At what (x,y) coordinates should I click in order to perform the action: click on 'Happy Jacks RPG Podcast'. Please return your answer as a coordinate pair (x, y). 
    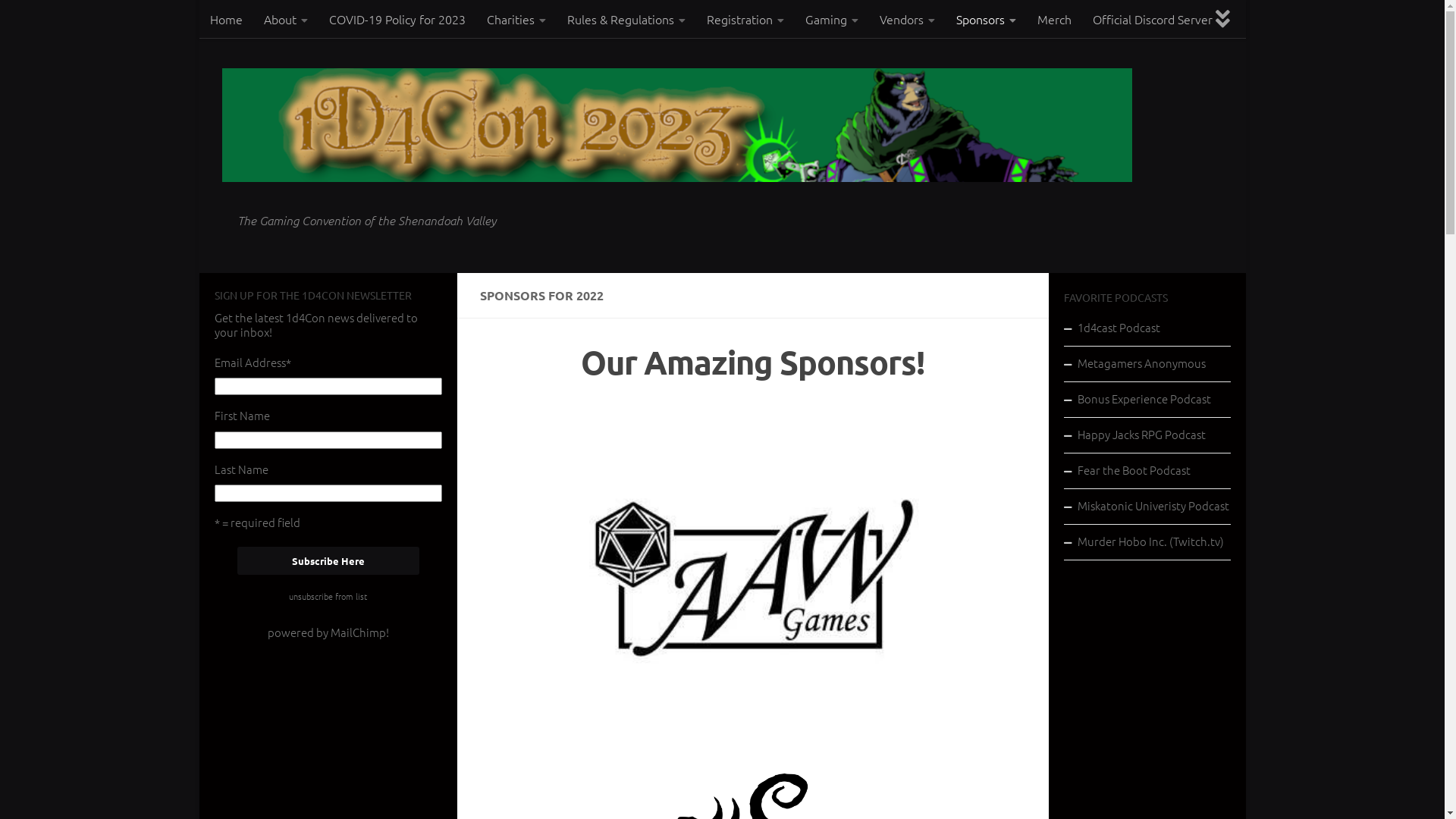
    Looking at the image, I should click on (1147, 435).